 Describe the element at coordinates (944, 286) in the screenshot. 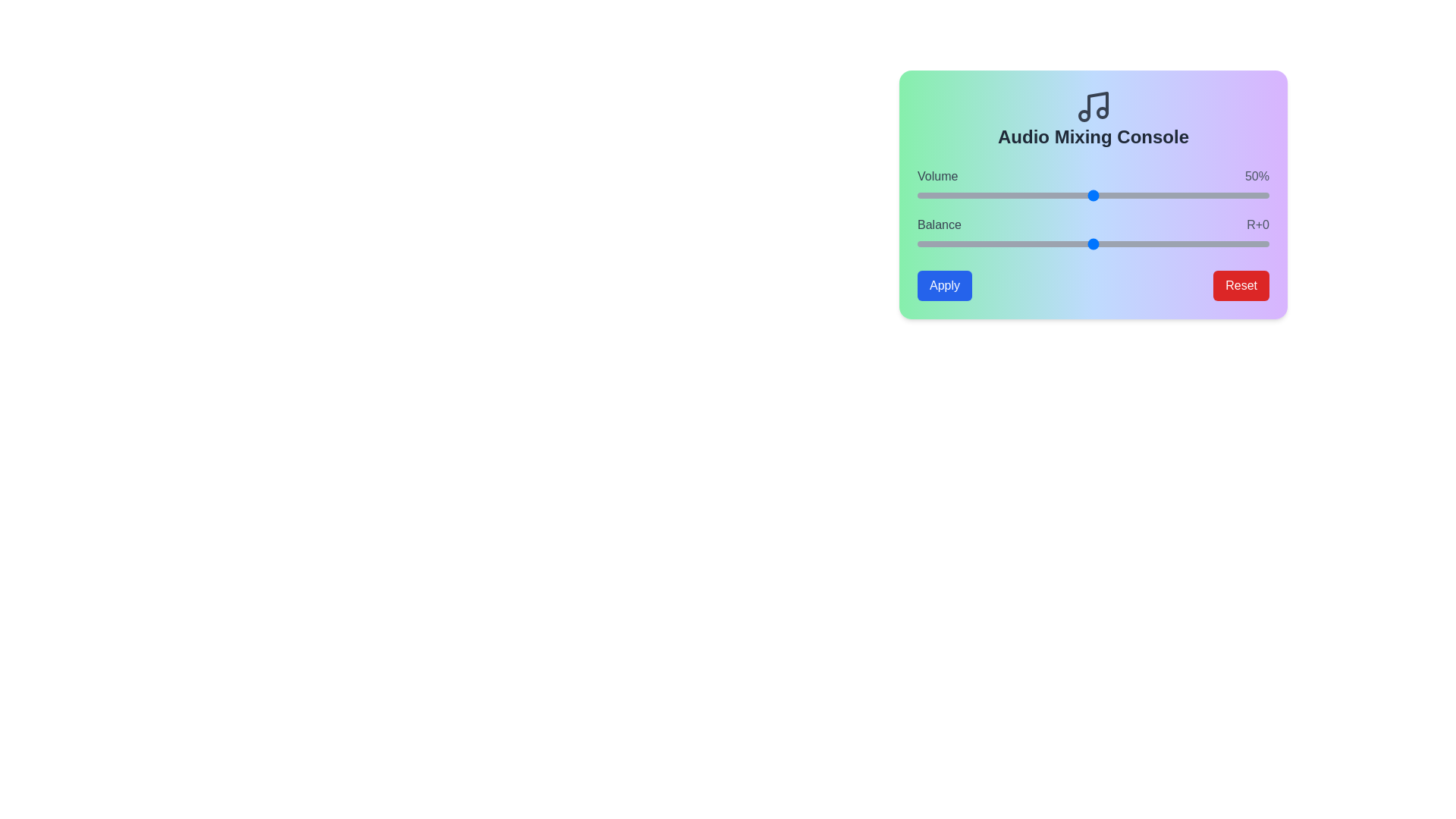

I see `the 'Apply' button located on the left side of the interface` at that location.